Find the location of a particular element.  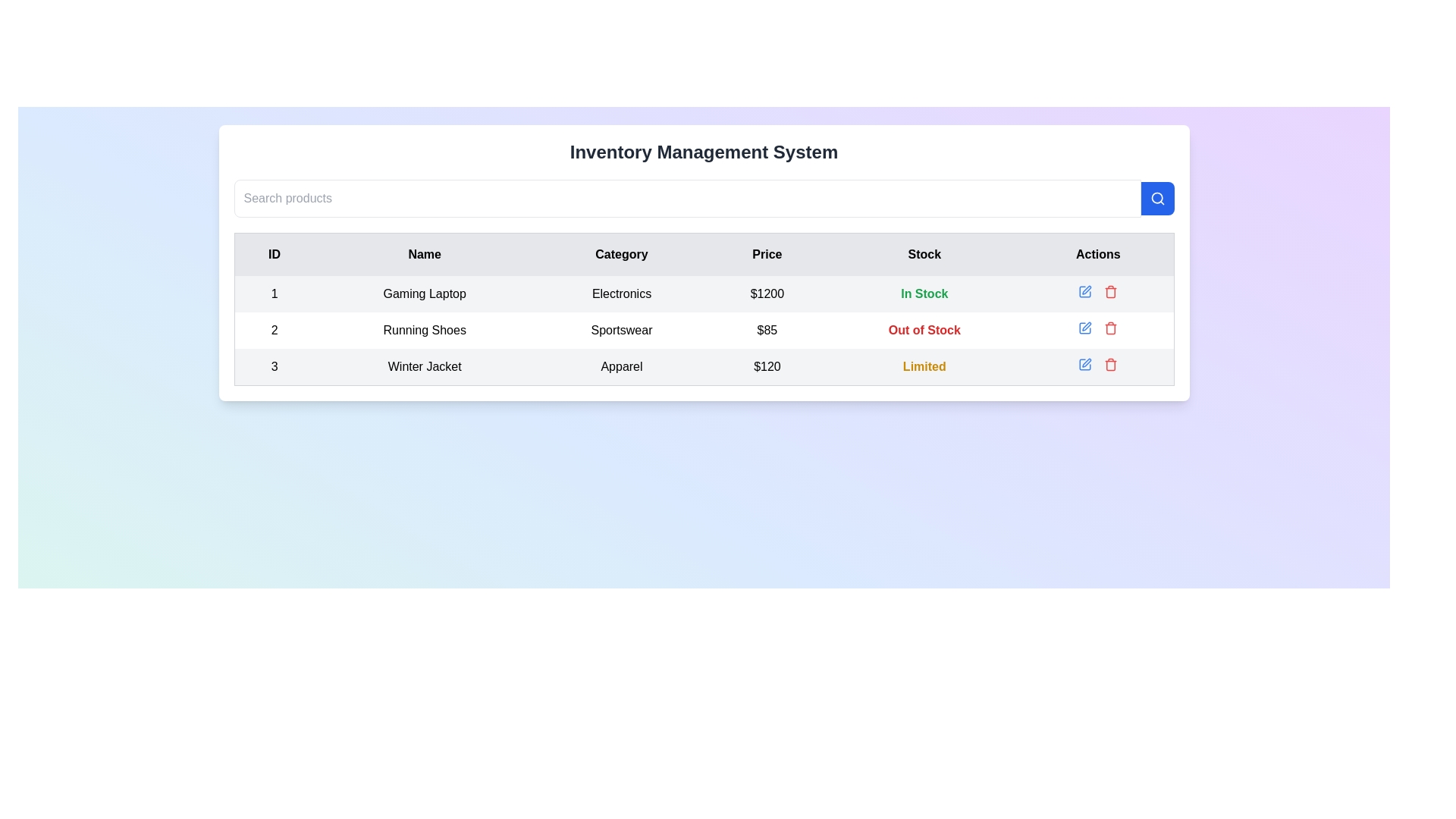

the text label displaying 'Stock' in bold, located in the fifth column of the tabular header row, between 'Price' and 'Actions' is located at coordinates (924, 253).